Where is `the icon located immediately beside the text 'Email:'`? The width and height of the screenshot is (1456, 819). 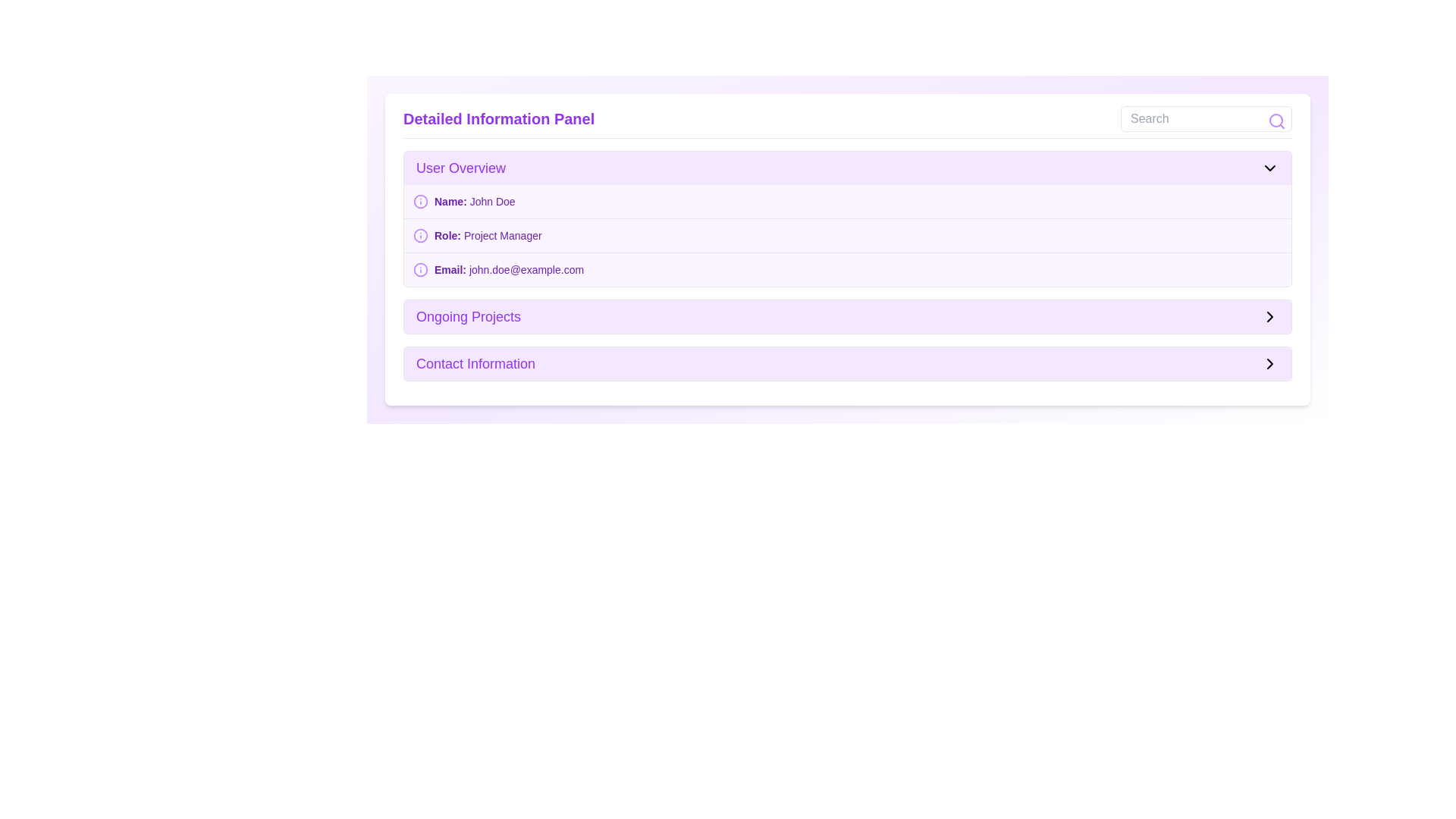 the icon located immediately beside the text 'Email:' is located at coordinates (421, 268).